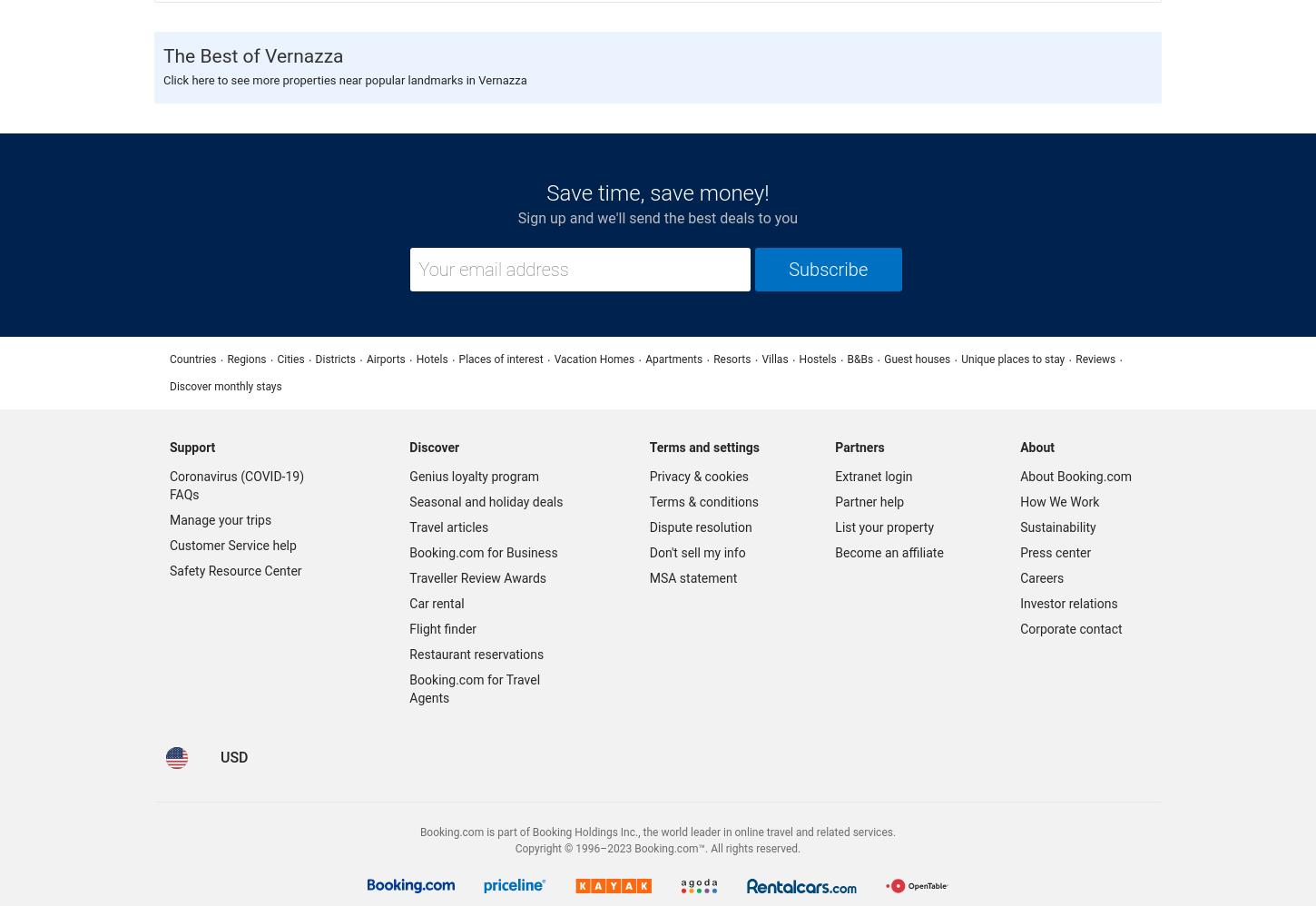  Describe the element at coordinates (593, 358) in the screenshot. I see `'Vacation Homes'` at that location.